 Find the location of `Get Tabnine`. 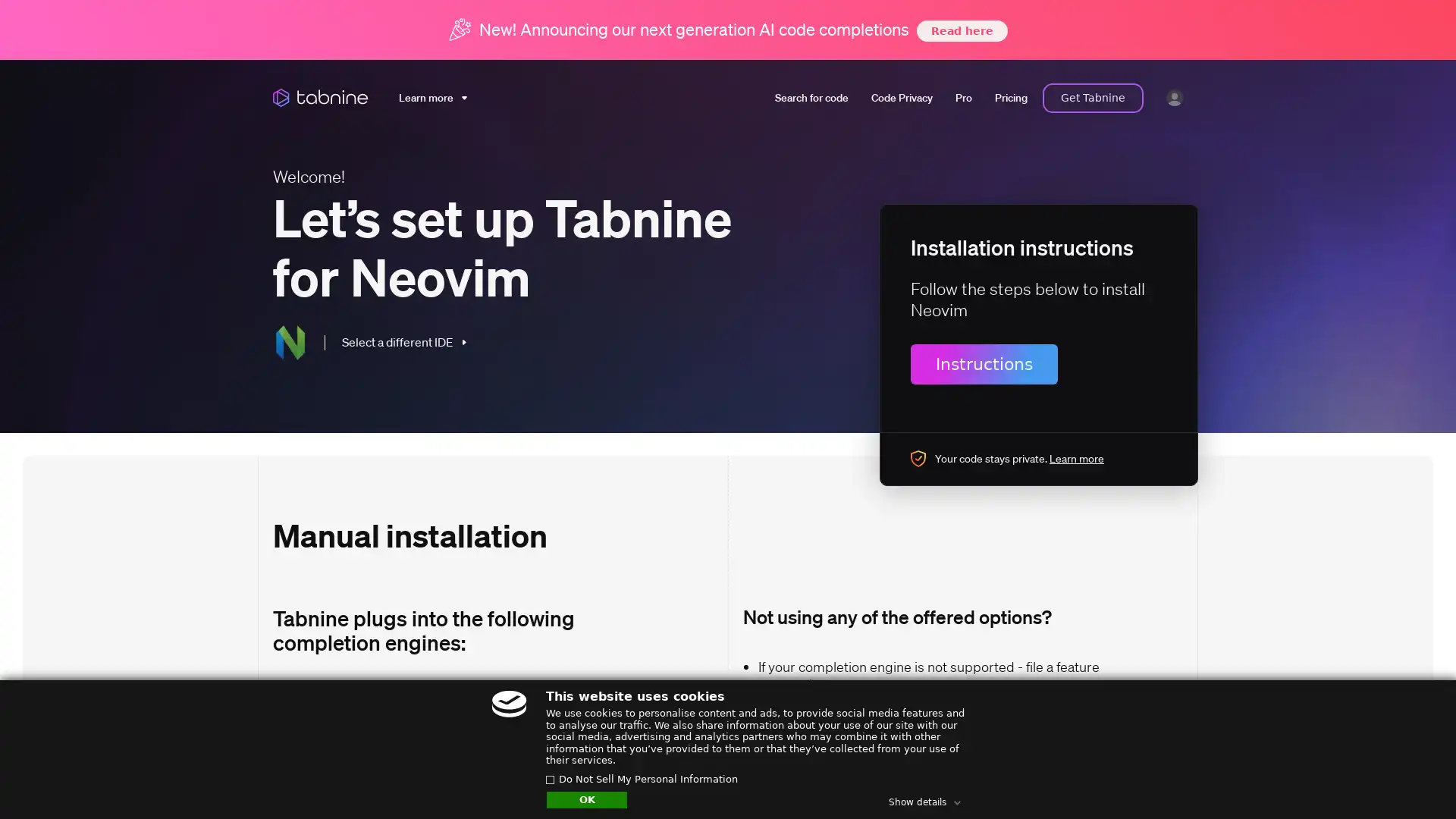

Get Tabnine is located at coordinates (1093, 97).